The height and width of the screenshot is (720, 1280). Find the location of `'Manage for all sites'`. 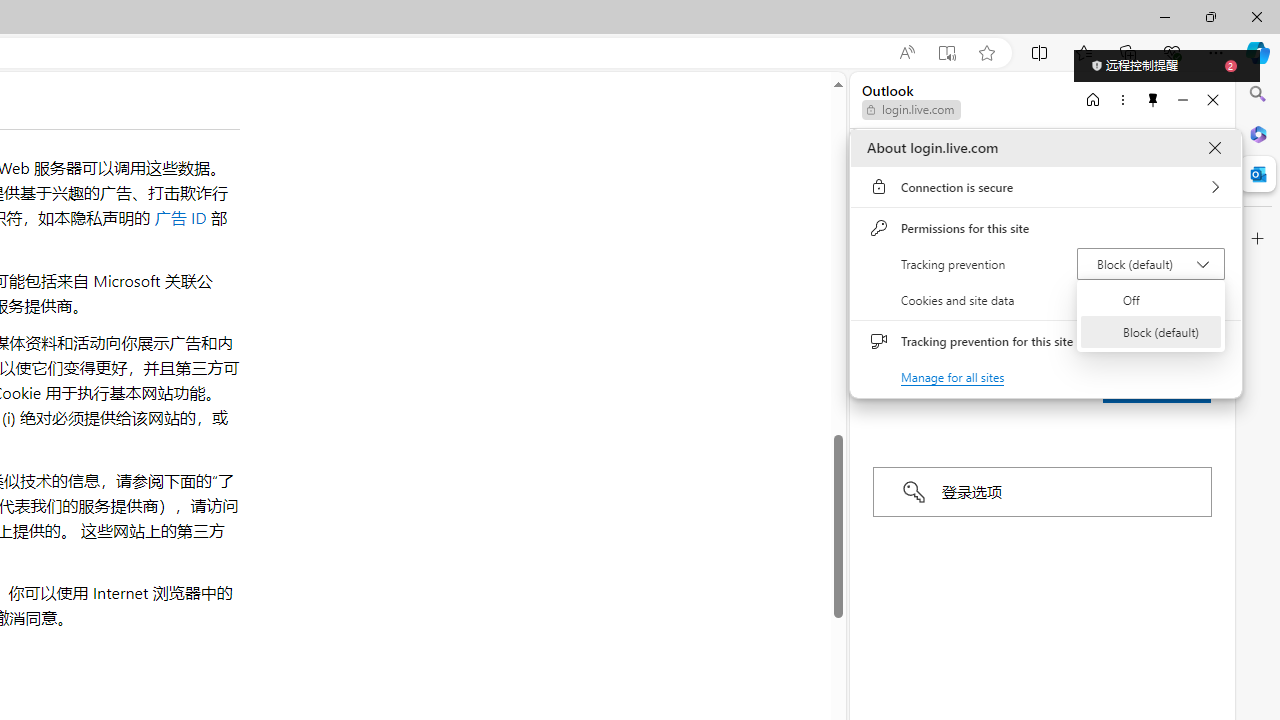

'Manage for all sites' is located at coordinates (951, 377).